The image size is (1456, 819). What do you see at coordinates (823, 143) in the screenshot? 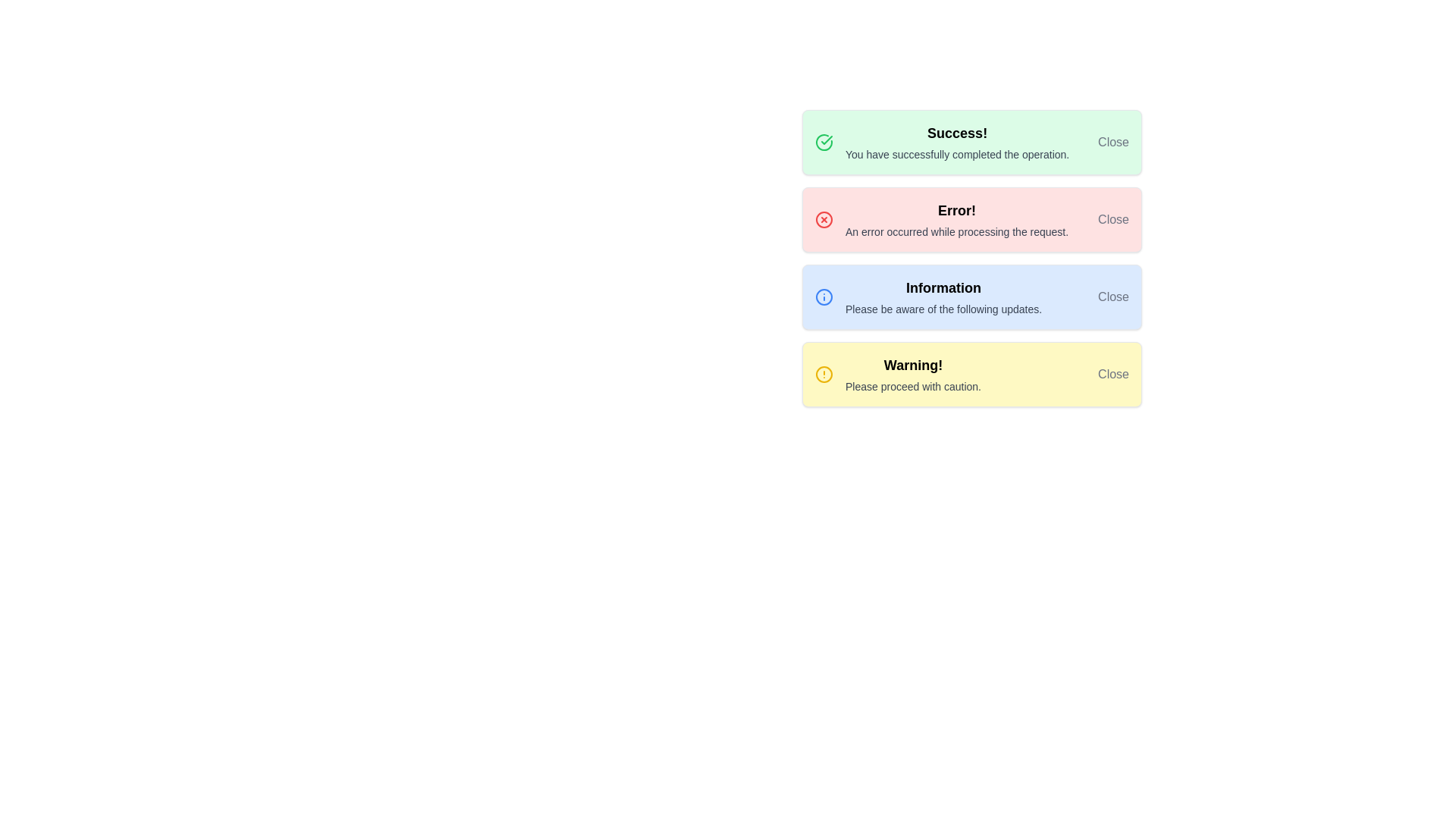
I see `the SVG graphic icon styled as a combination of a circle and a checkmark, which indicates a successful action, located at the upper-left corner of the 'Success!' notification card` at bounding box center [823, 143].